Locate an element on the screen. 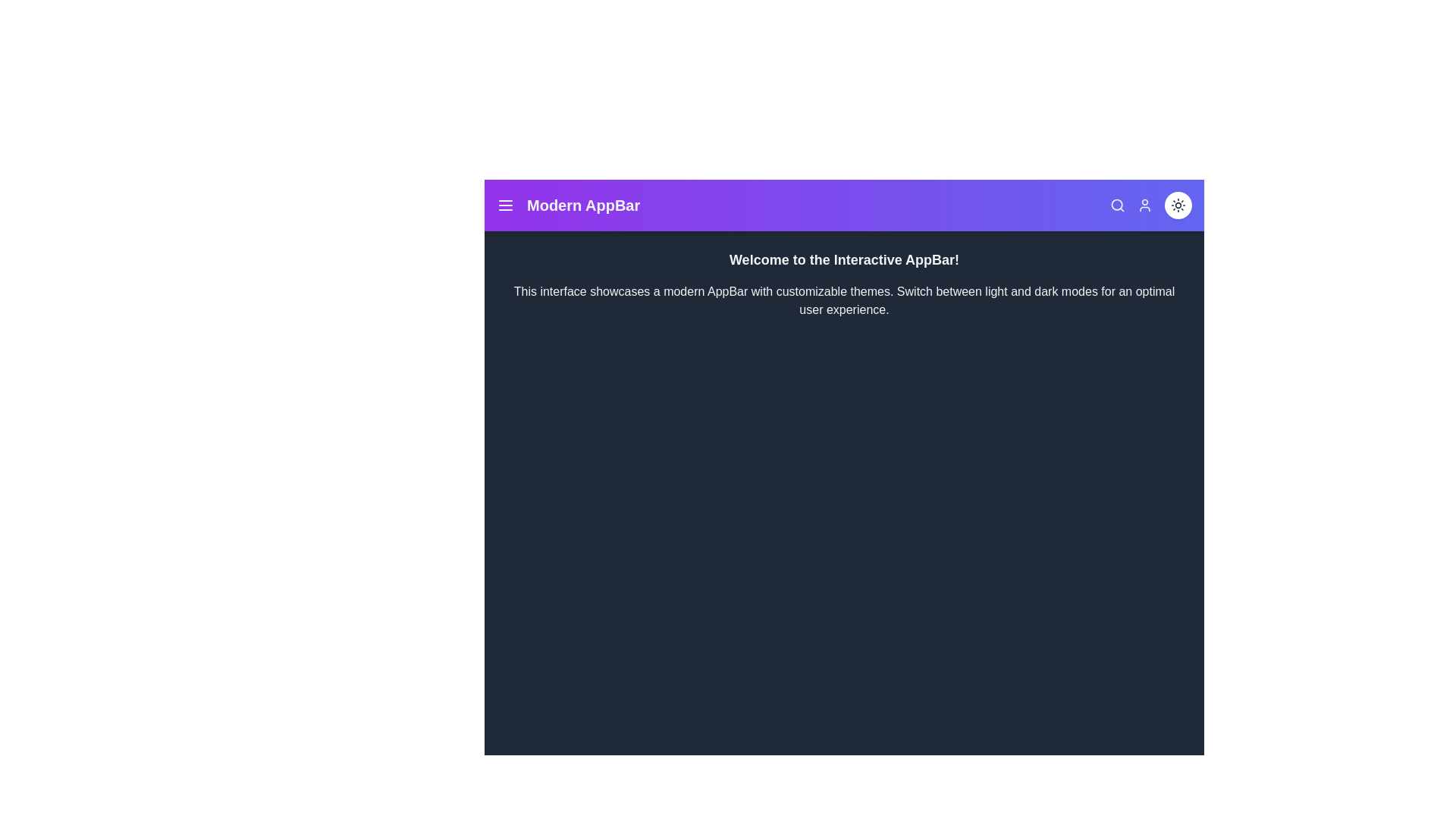 The width and height of the screenshot is (1456, 819). theme toggle button to switch between light and dark modes is located at coordinates (1178, 205).